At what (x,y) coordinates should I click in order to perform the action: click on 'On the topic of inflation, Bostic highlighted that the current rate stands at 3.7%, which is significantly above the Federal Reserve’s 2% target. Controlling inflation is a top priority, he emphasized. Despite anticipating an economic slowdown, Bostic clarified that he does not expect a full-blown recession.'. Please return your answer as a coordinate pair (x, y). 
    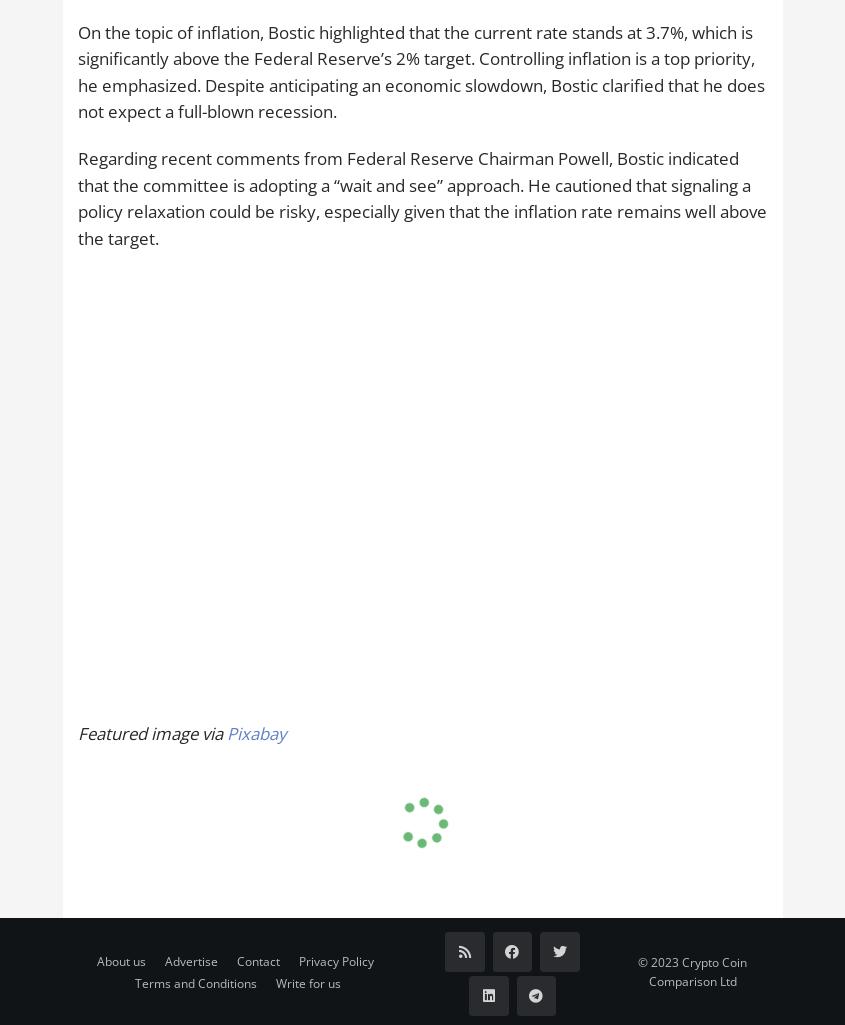
    Looking at the image, I should click on (419, 70).